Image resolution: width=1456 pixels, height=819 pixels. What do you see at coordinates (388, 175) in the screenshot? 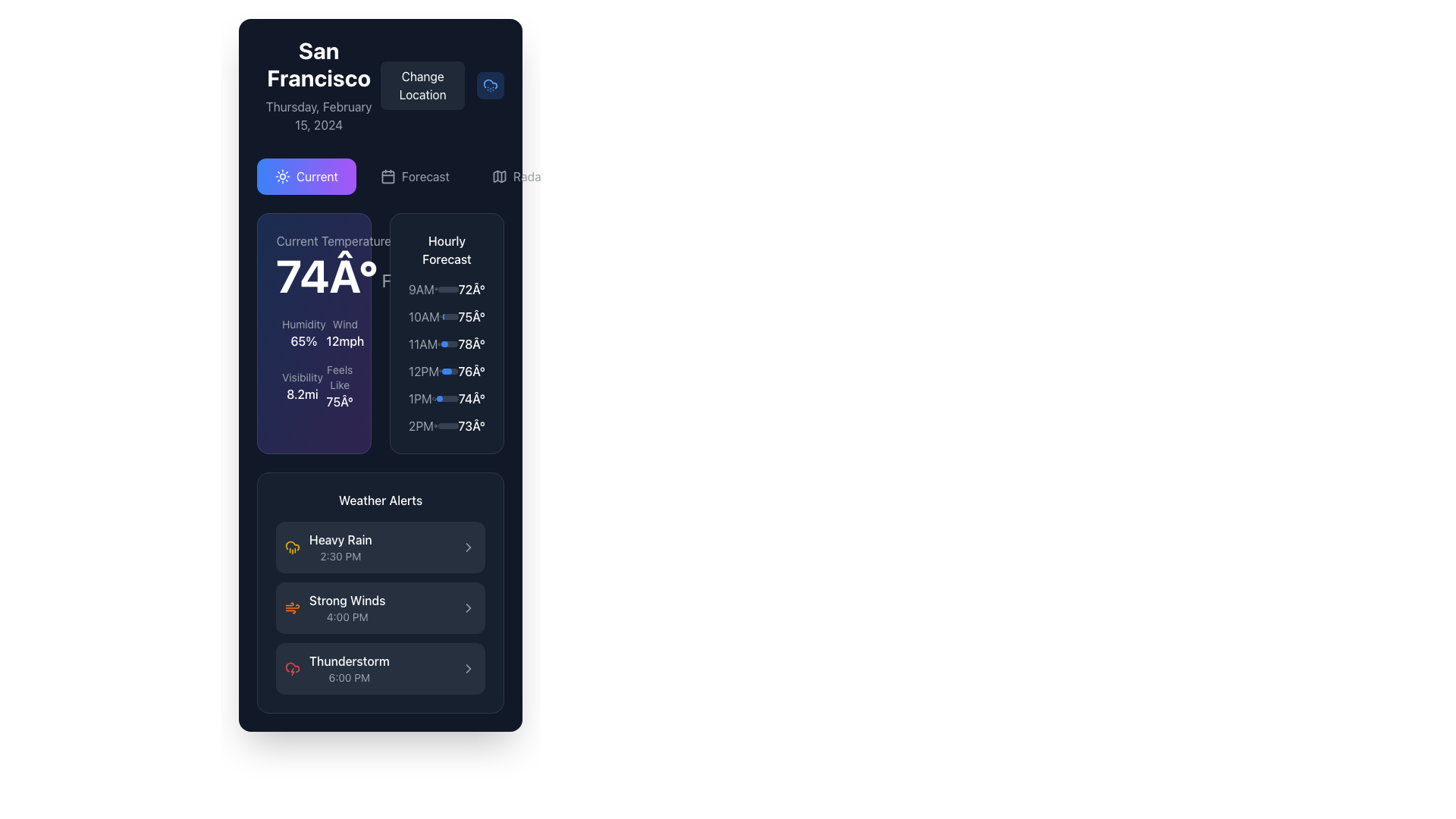
I see `the dark rectangle with rounded corners located at the bottom half of the calendar icon, which is centered horizontally within the icon` at bounding box center [388, 175].